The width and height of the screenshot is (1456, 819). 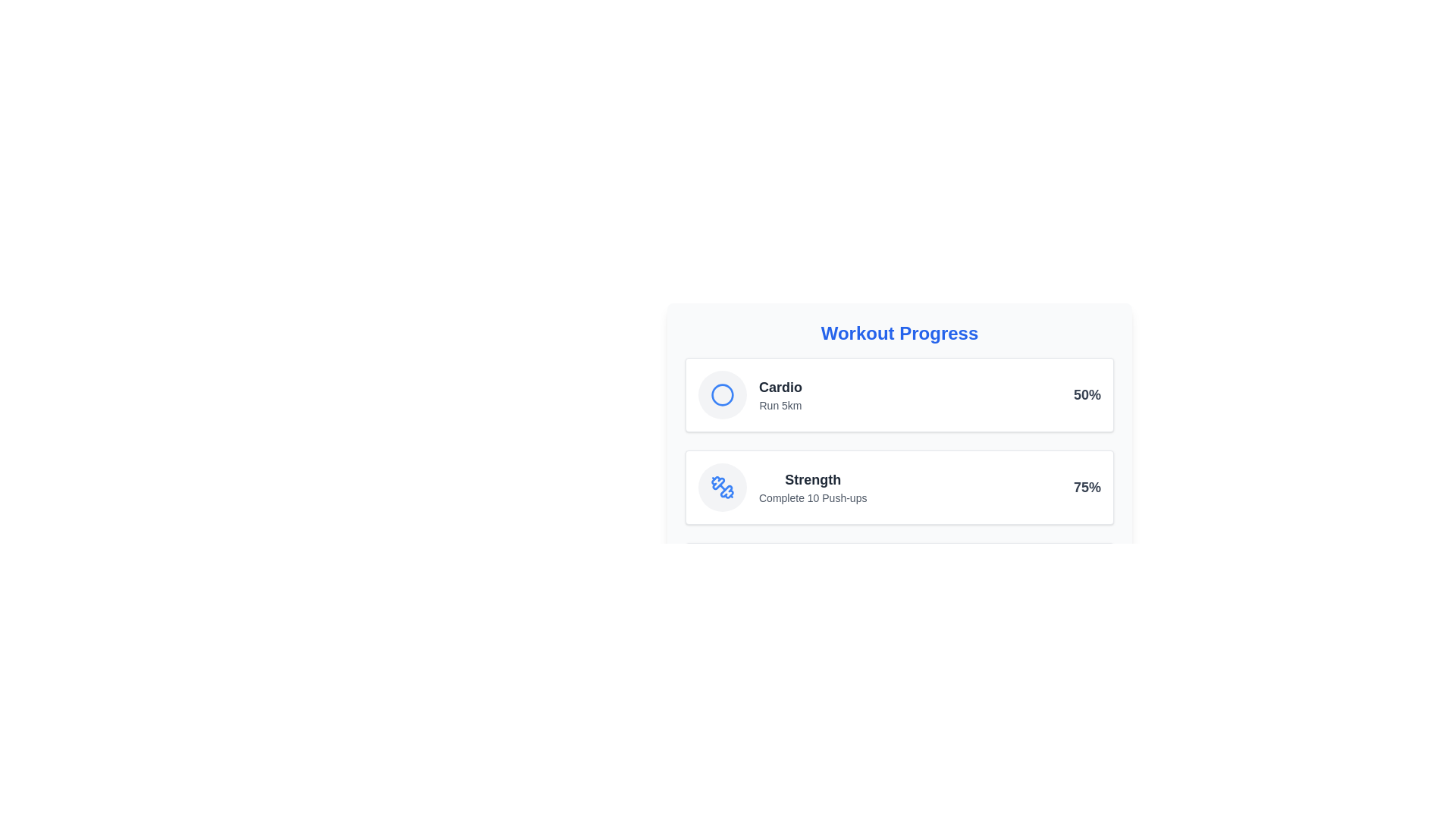 I want to click on the text display indicating the activity 'Run 5km' located below the 'Cardio' label, so click(x=780, y=405).